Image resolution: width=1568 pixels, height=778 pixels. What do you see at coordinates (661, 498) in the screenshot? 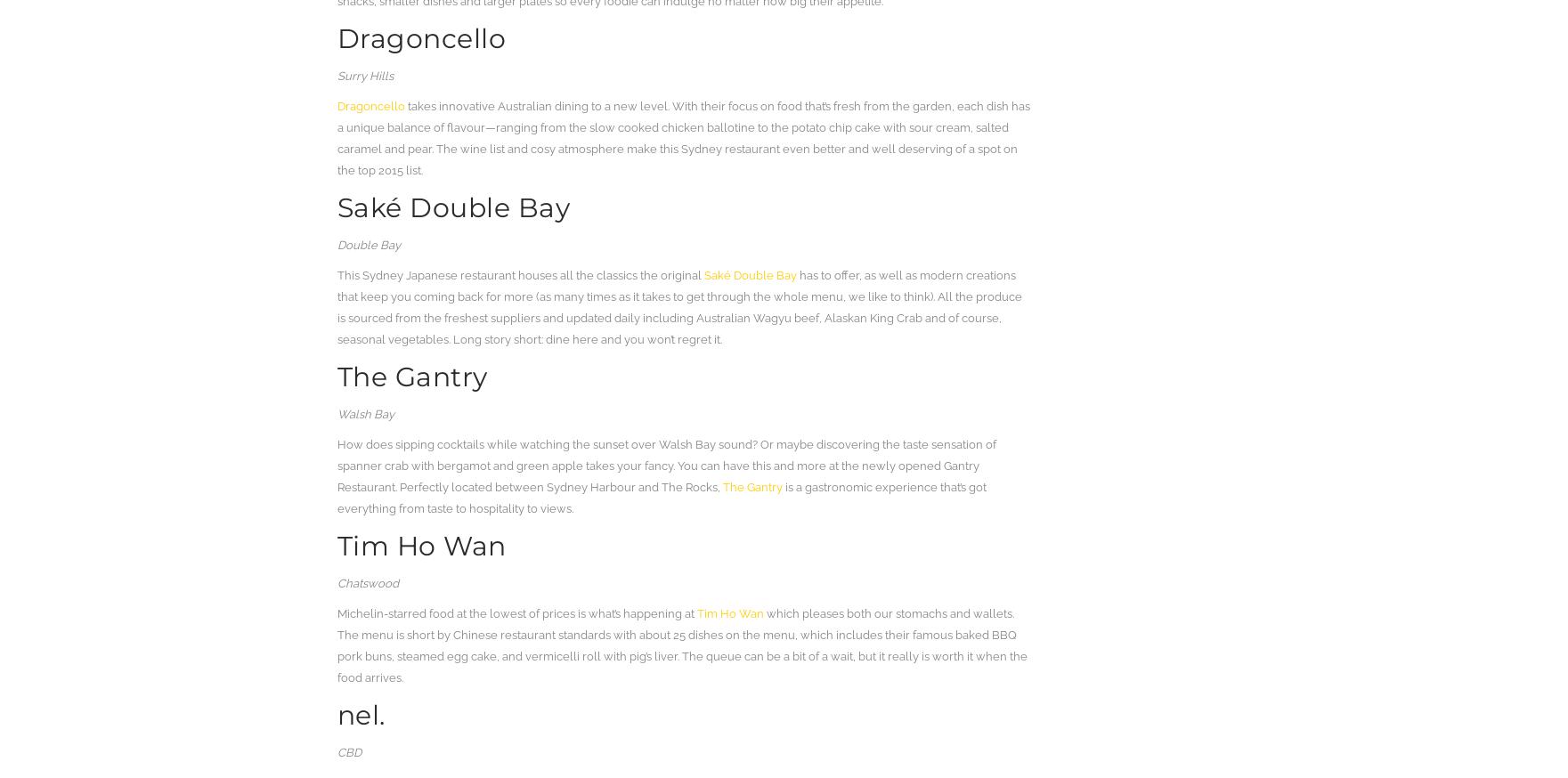
I see `'is a gastronomic experience that’s got everything from taste to hospitality to views.'` at bounding box center [661, 498].